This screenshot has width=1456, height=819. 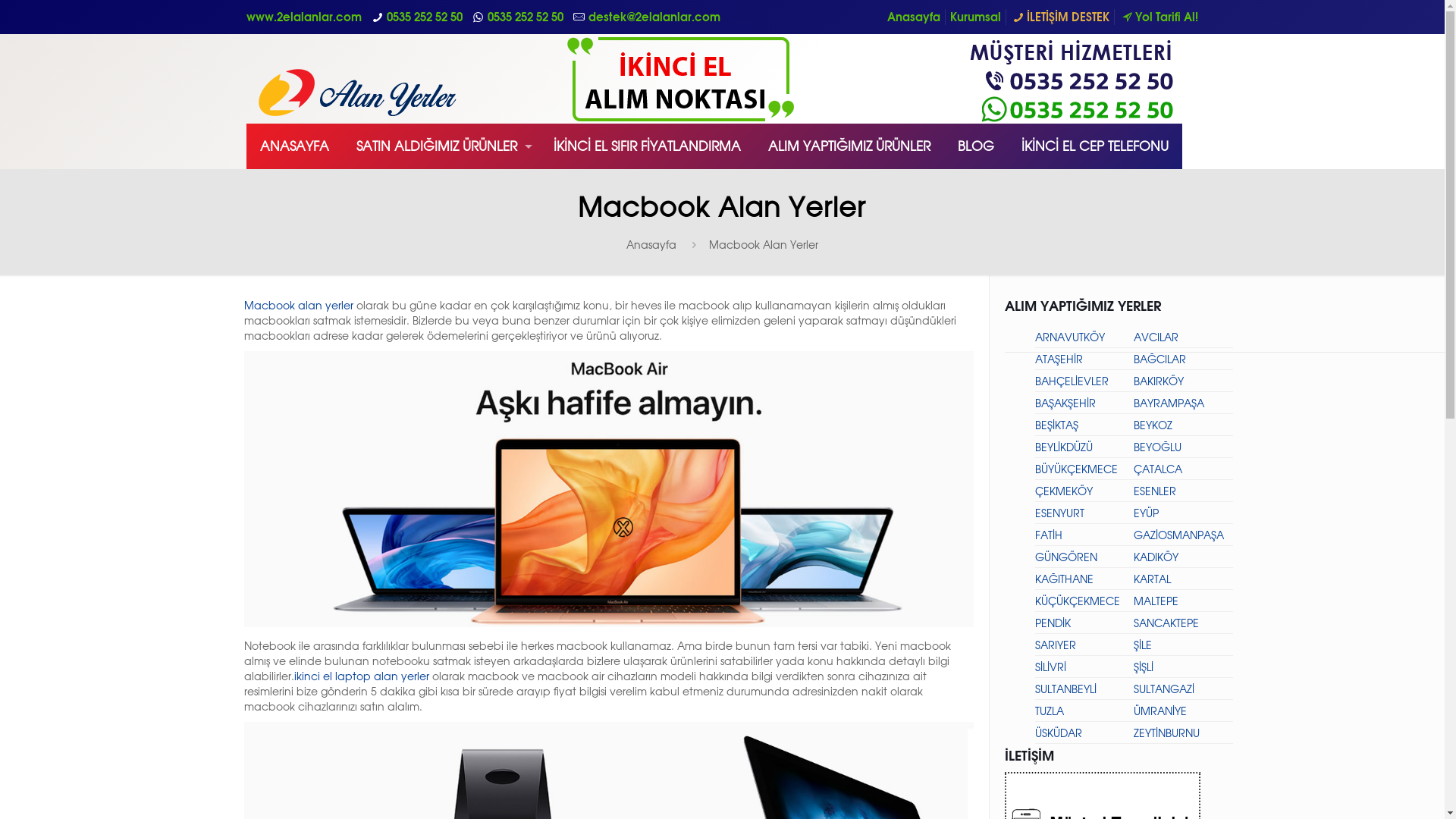 What do you see at coordinates (1157, 17) in the screenshot?
I see `'Yol Tarifi Al!'` at bounding box center [1157, 17].